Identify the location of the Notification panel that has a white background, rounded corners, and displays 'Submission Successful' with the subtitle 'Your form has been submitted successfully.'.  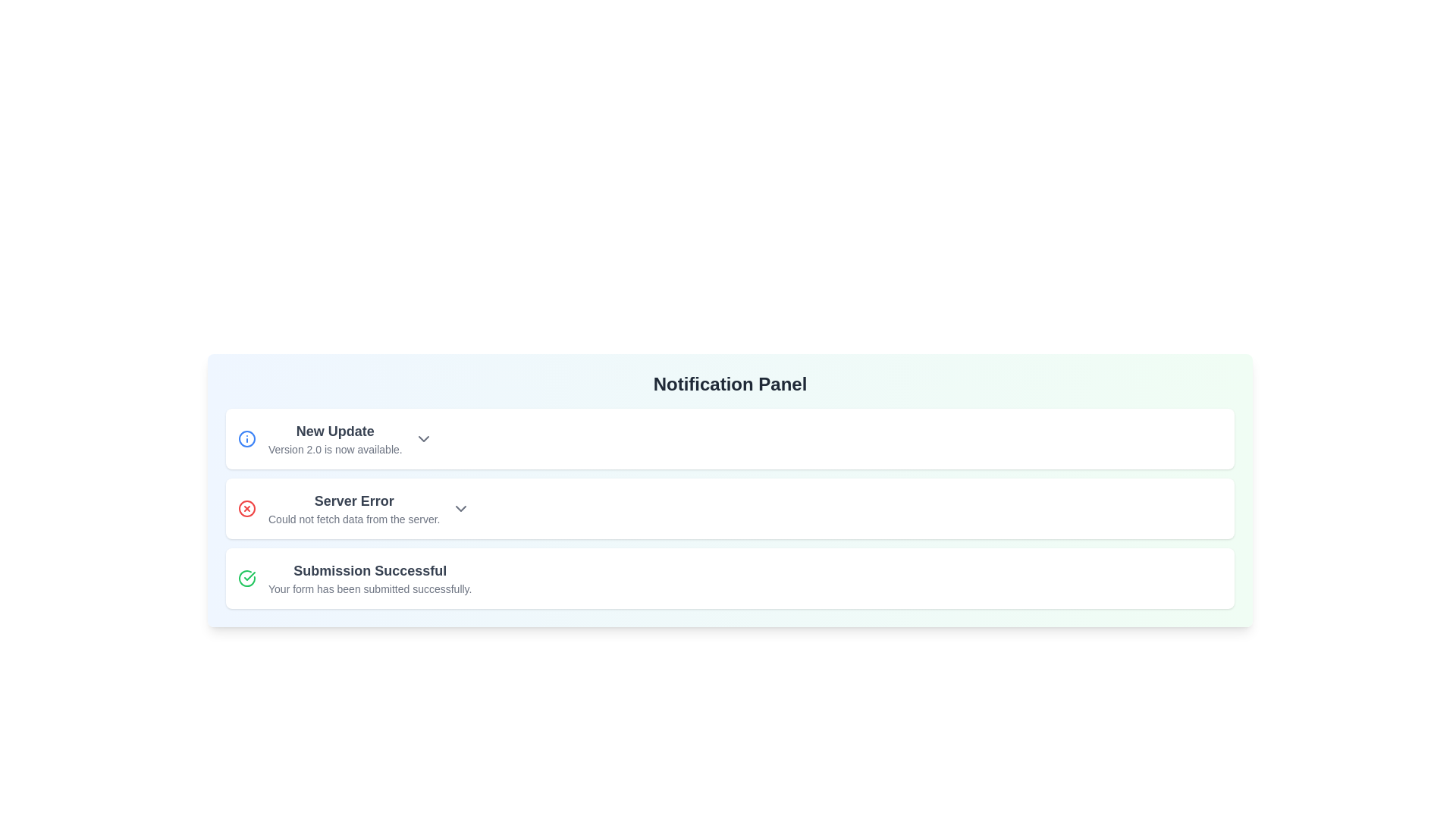
(730, 579).